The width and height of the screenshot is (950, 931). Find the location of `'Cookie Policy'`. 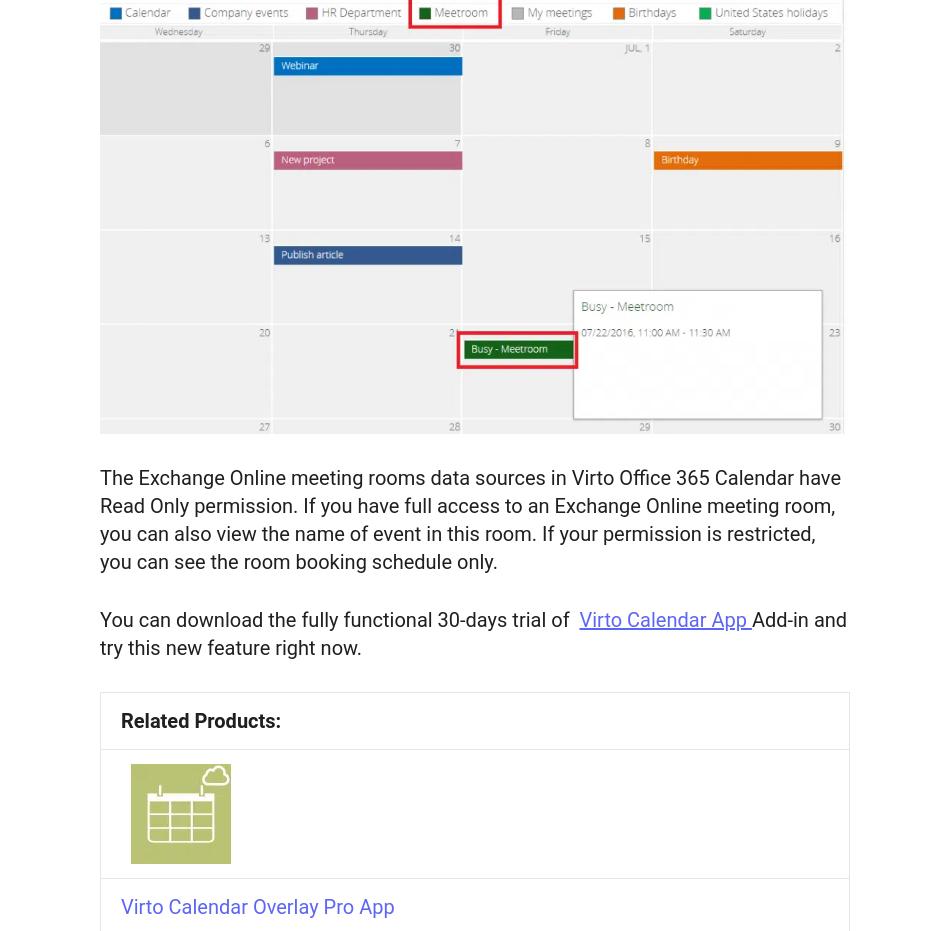

'Cookie Policy' is located at coordinates (106, 128).